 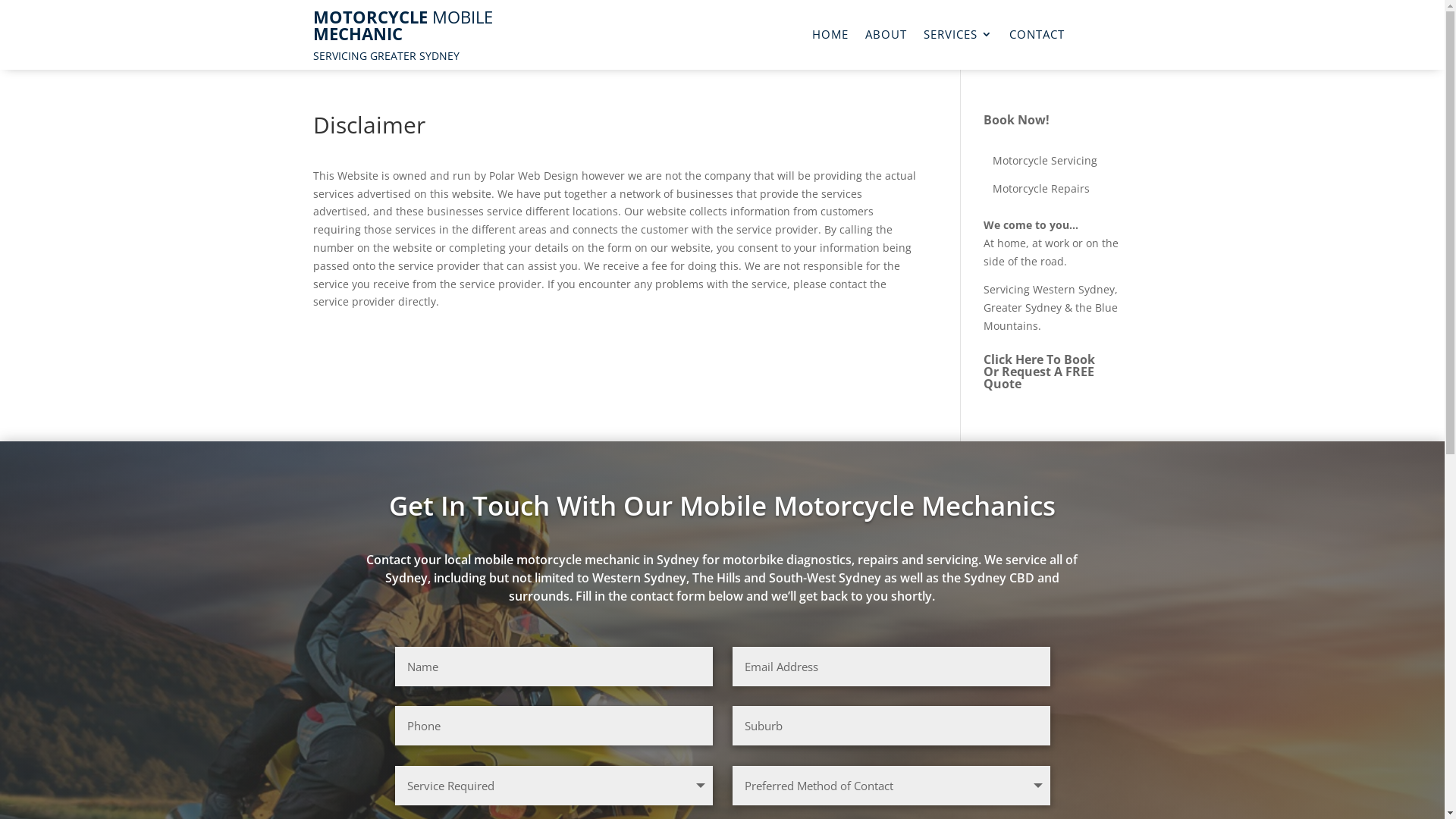 I want to click on 'ABOUT', so click(x=886, y=36).